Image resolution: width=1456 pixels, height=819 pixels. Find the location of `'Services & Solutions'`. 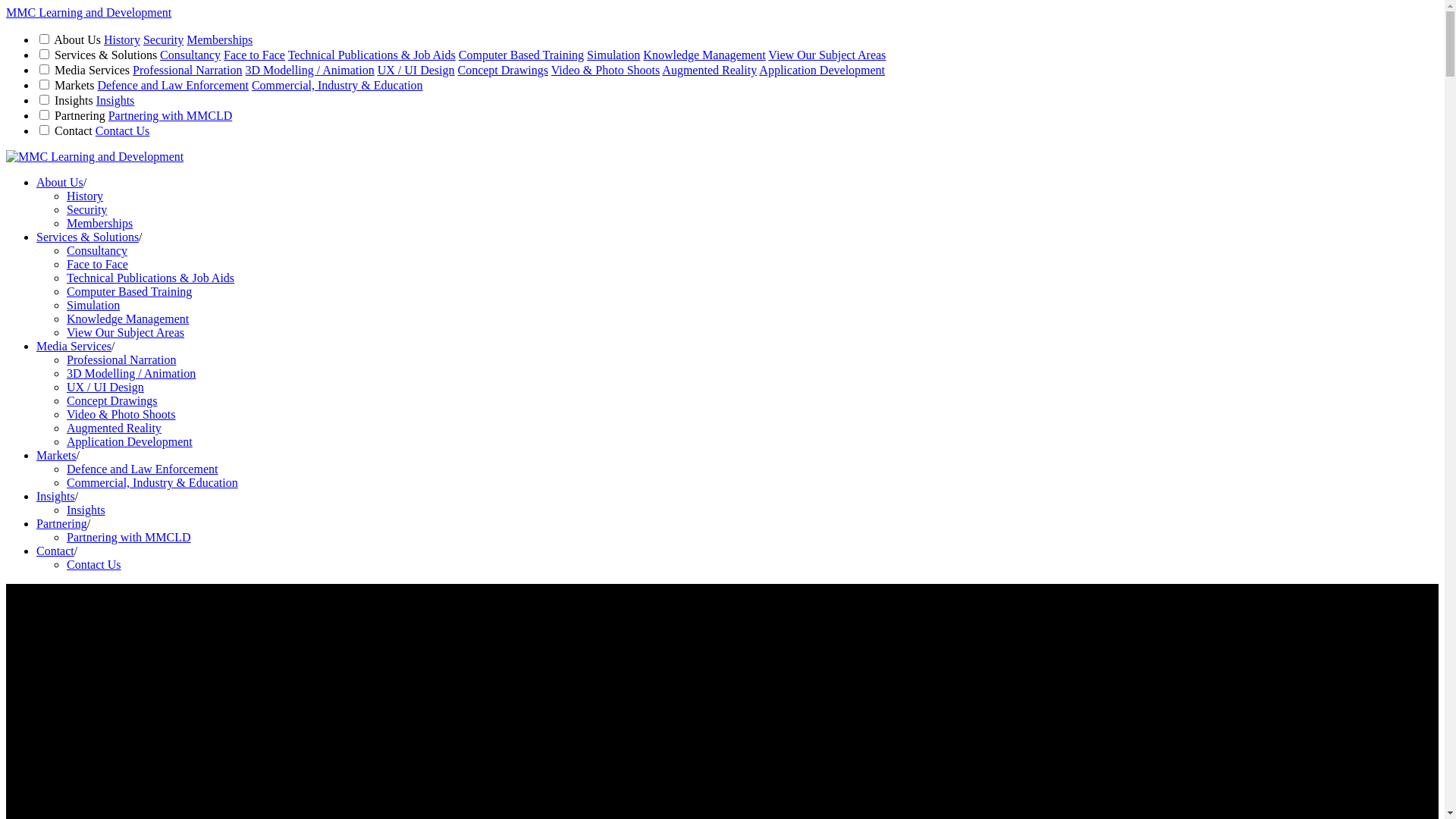

'Services & Solutions' is located at coordinates (86, 237).